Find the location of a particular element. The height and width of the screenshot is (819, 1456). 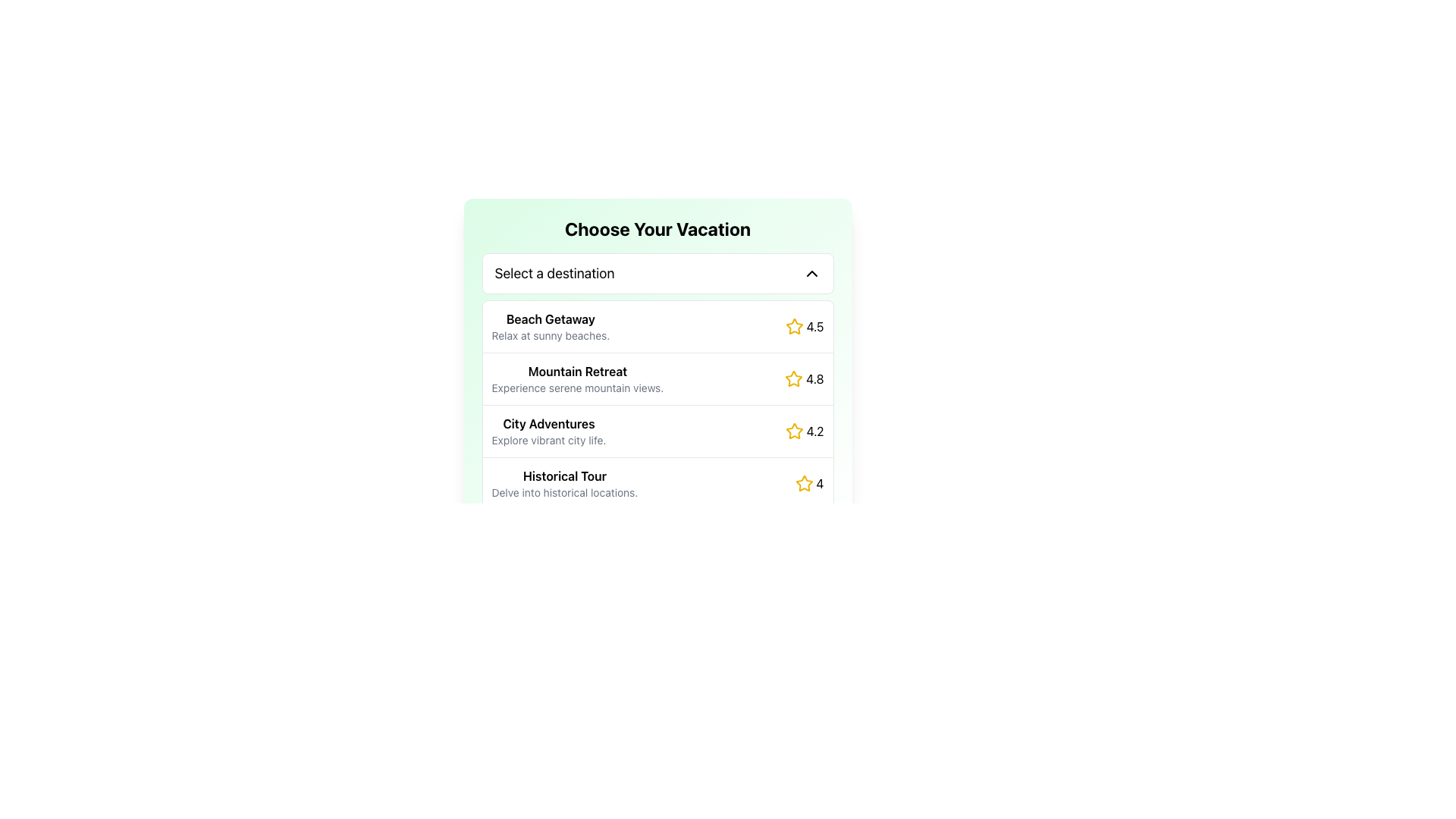

the text label that serves as the title for the vacation option, located under the header 'Choose Your Vacation.' is located at coordinates (550, 318).